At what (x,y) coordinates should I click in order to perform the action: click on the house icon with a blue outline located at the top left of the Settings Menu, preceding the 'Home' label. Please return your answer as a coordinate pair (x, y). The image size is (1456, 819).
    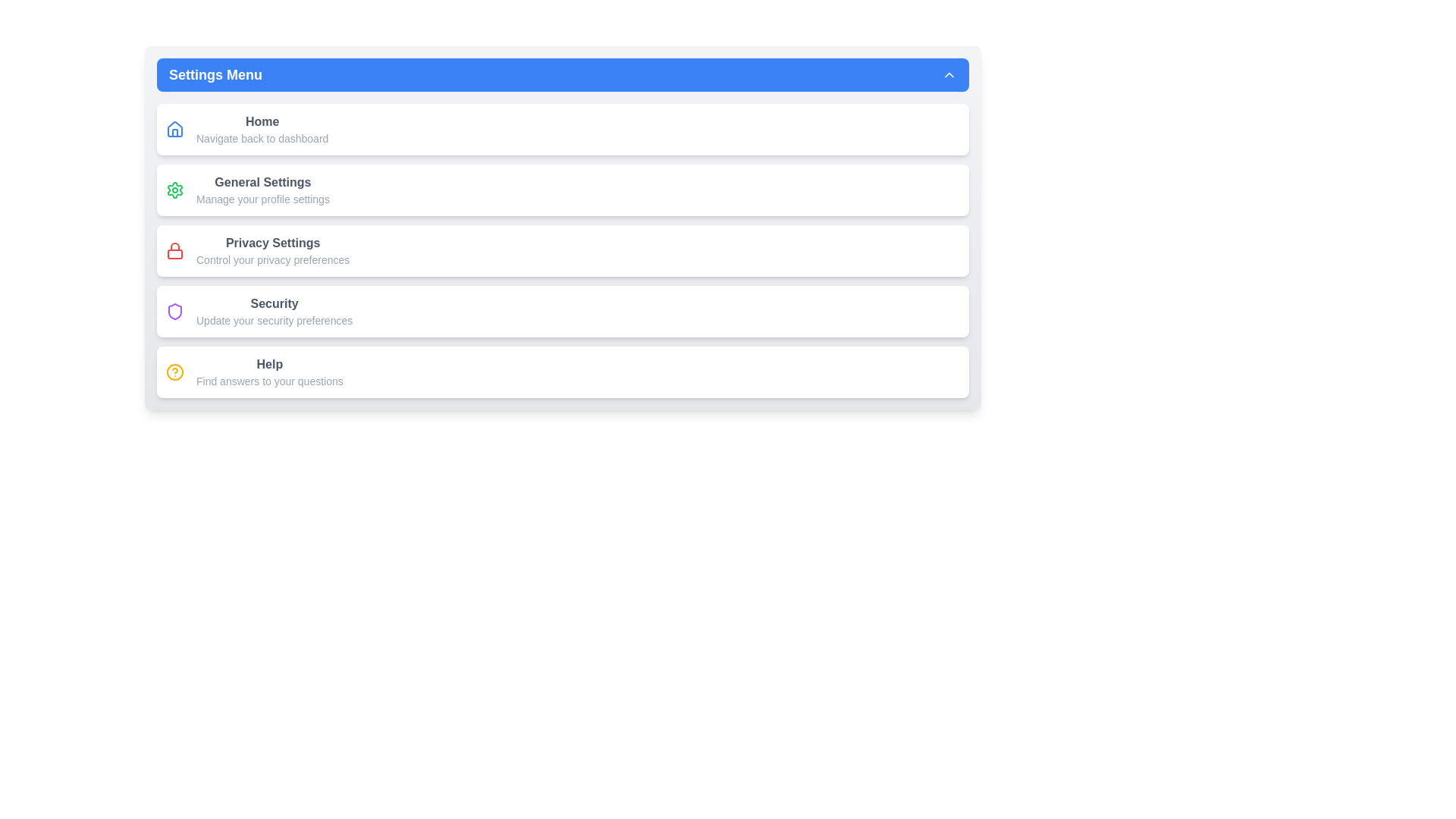
    Looking at the image, I should click on (174, 128).